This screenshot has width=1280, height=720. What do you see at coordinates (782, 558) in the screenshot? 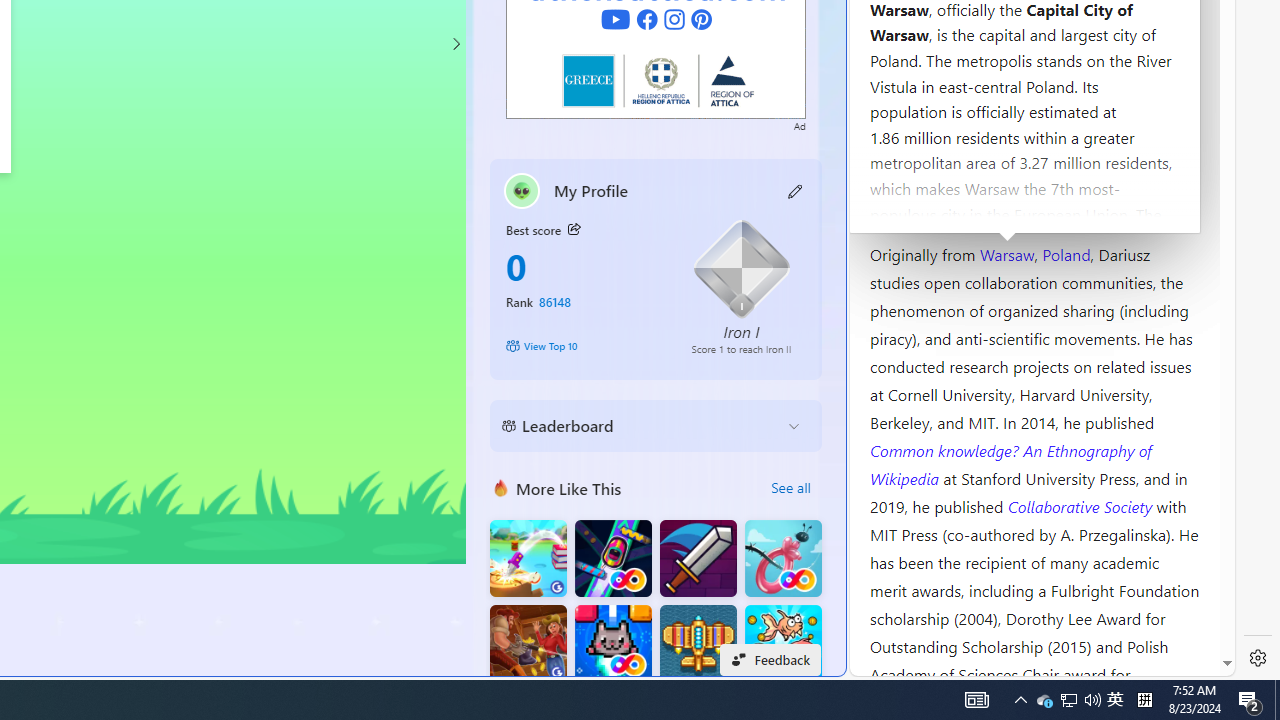
I see `'Balloon FRVR'` at bounding box center [782, 558].